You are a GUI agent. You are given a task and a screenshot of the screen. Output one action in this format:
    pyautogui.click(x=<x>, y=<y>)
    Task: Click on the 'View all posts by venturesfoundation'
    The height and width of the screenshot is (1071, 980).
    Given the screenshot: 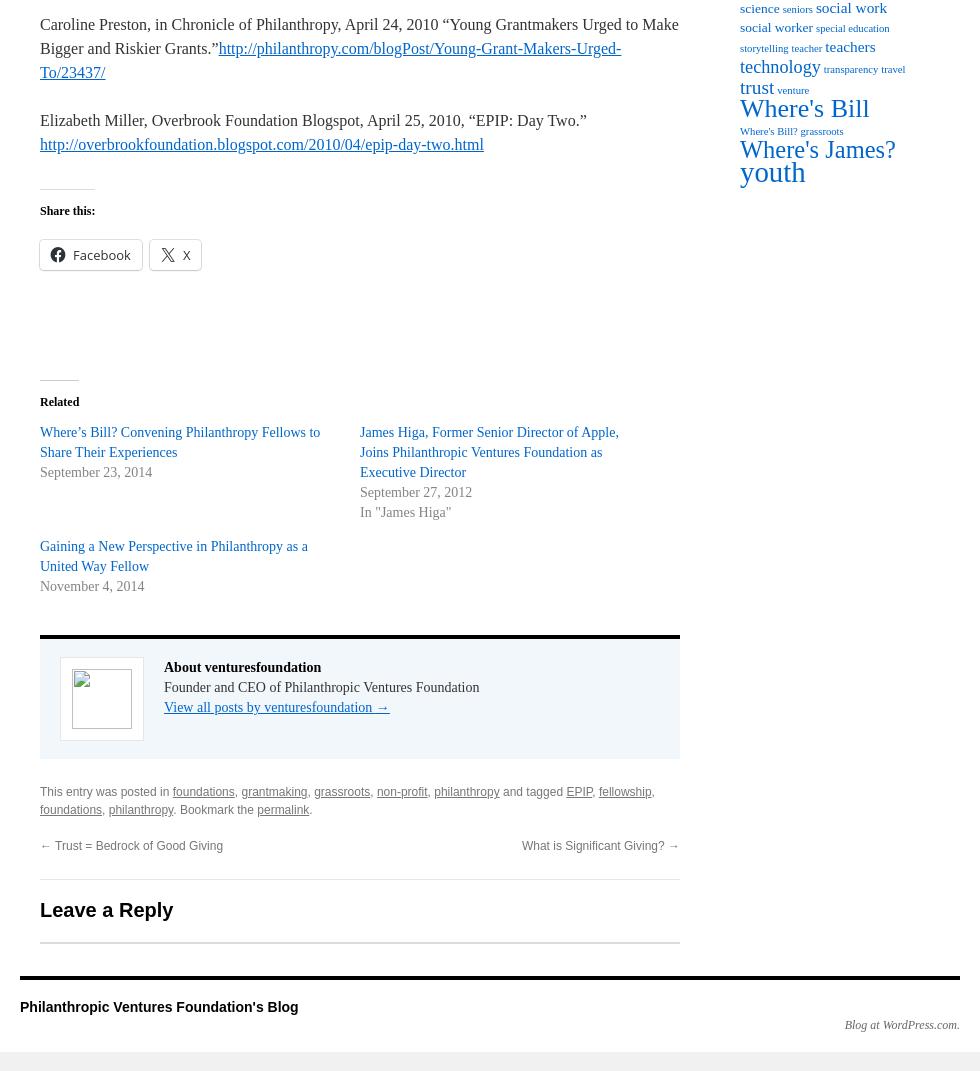 What is the action you would take?
    pyautogui.click(x=163, y=707)
    